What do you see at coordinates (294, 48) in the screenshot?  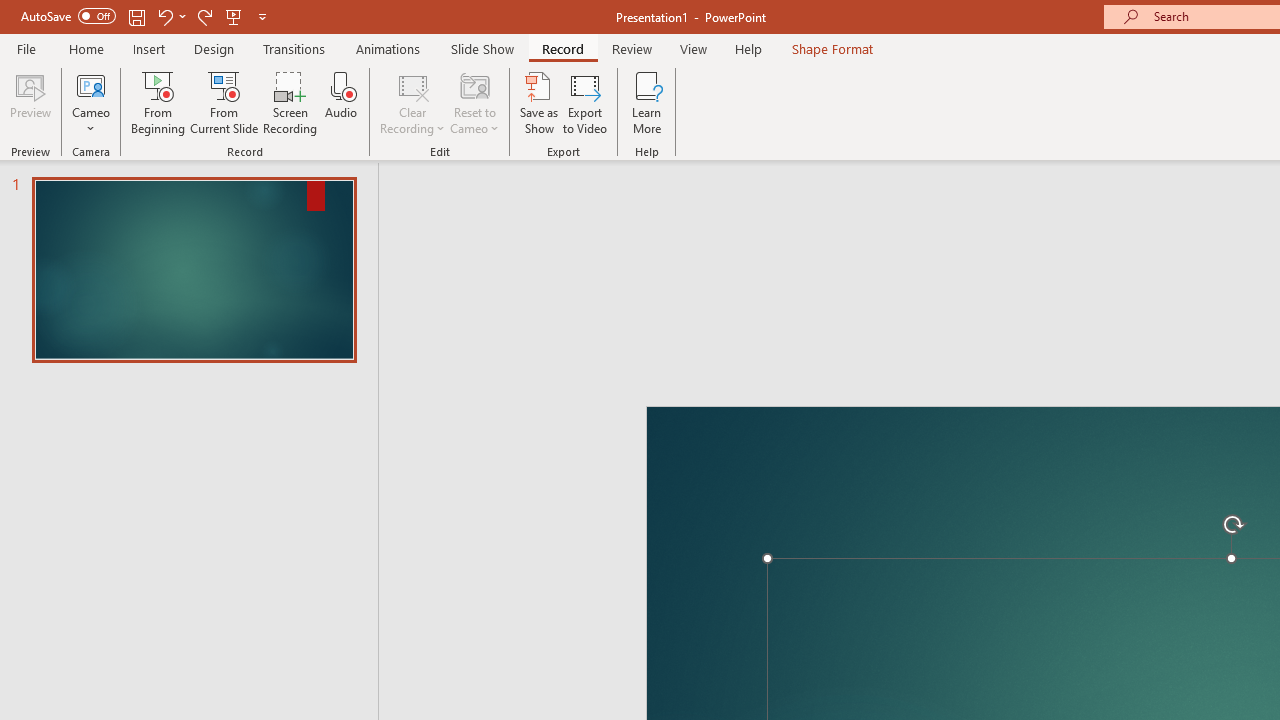 I see `'Transitions'` at bounding box center [294, 48].